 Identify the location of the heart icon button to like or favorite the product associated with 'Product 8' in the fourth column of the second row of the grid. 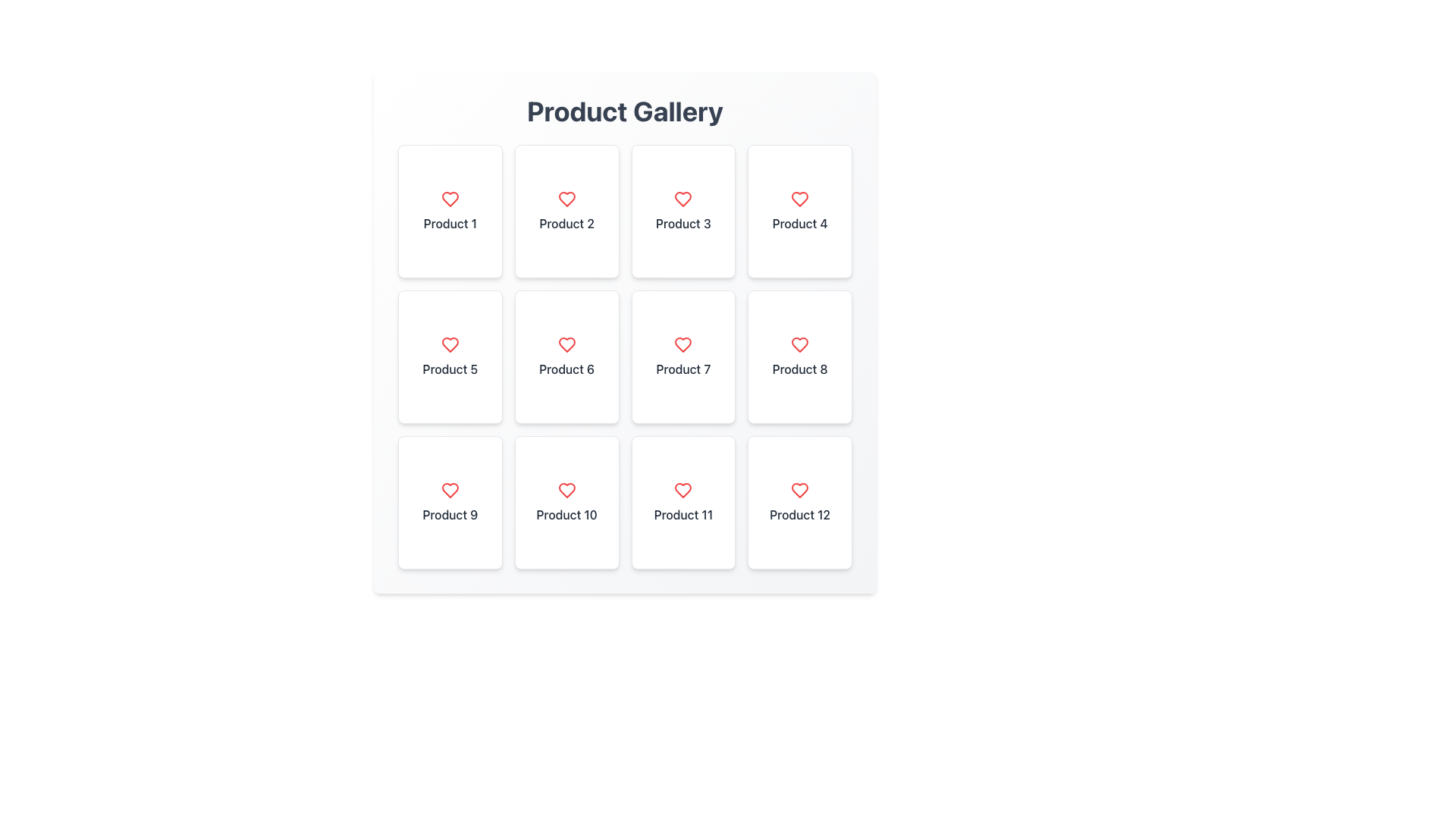
(799, 345).